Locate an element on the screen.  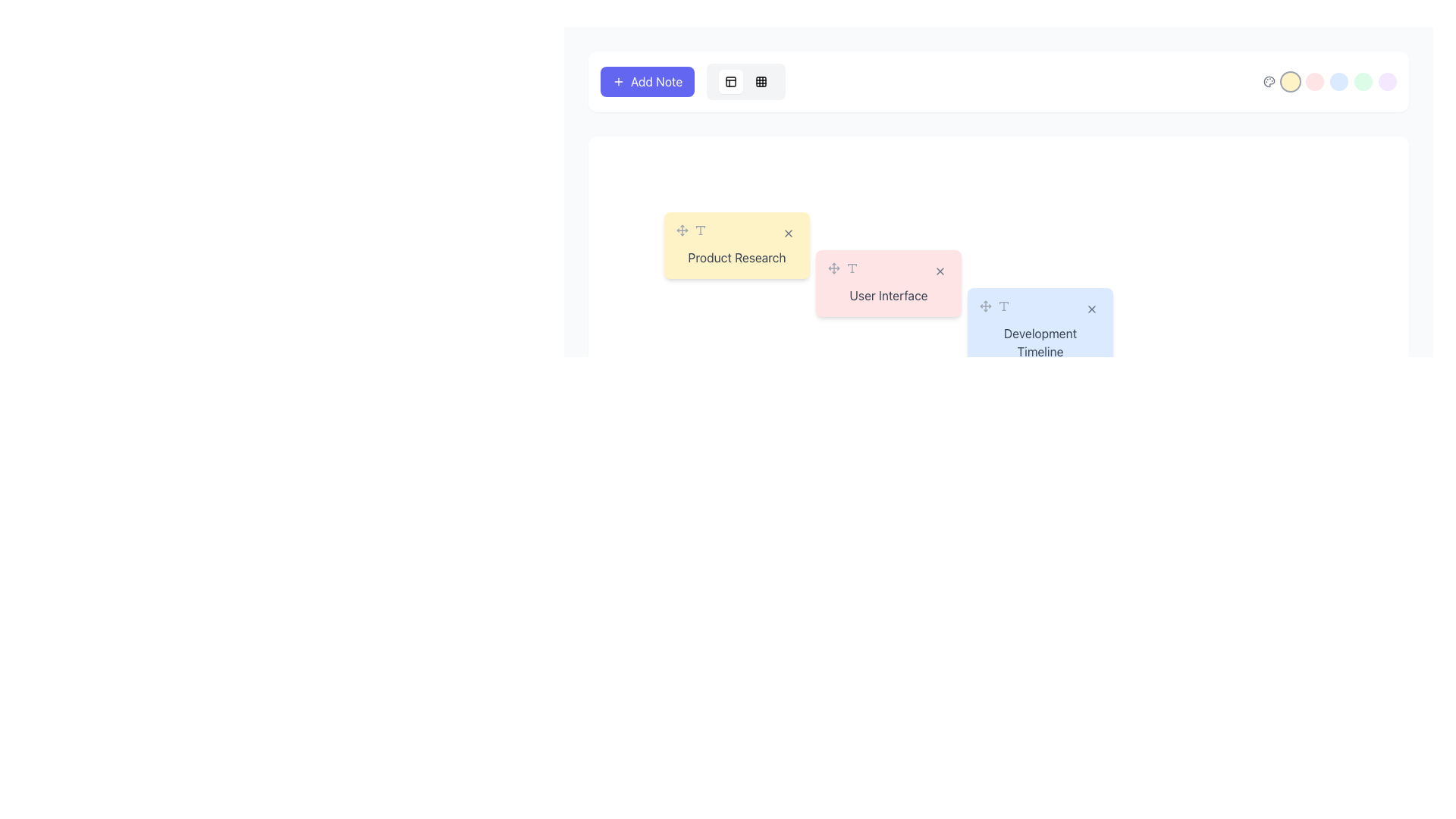
the 'X' icon button located in the top-right corner of the blue card labeled 'Development Timeline' to activate hover effects is located at coordinates (1092, 309).